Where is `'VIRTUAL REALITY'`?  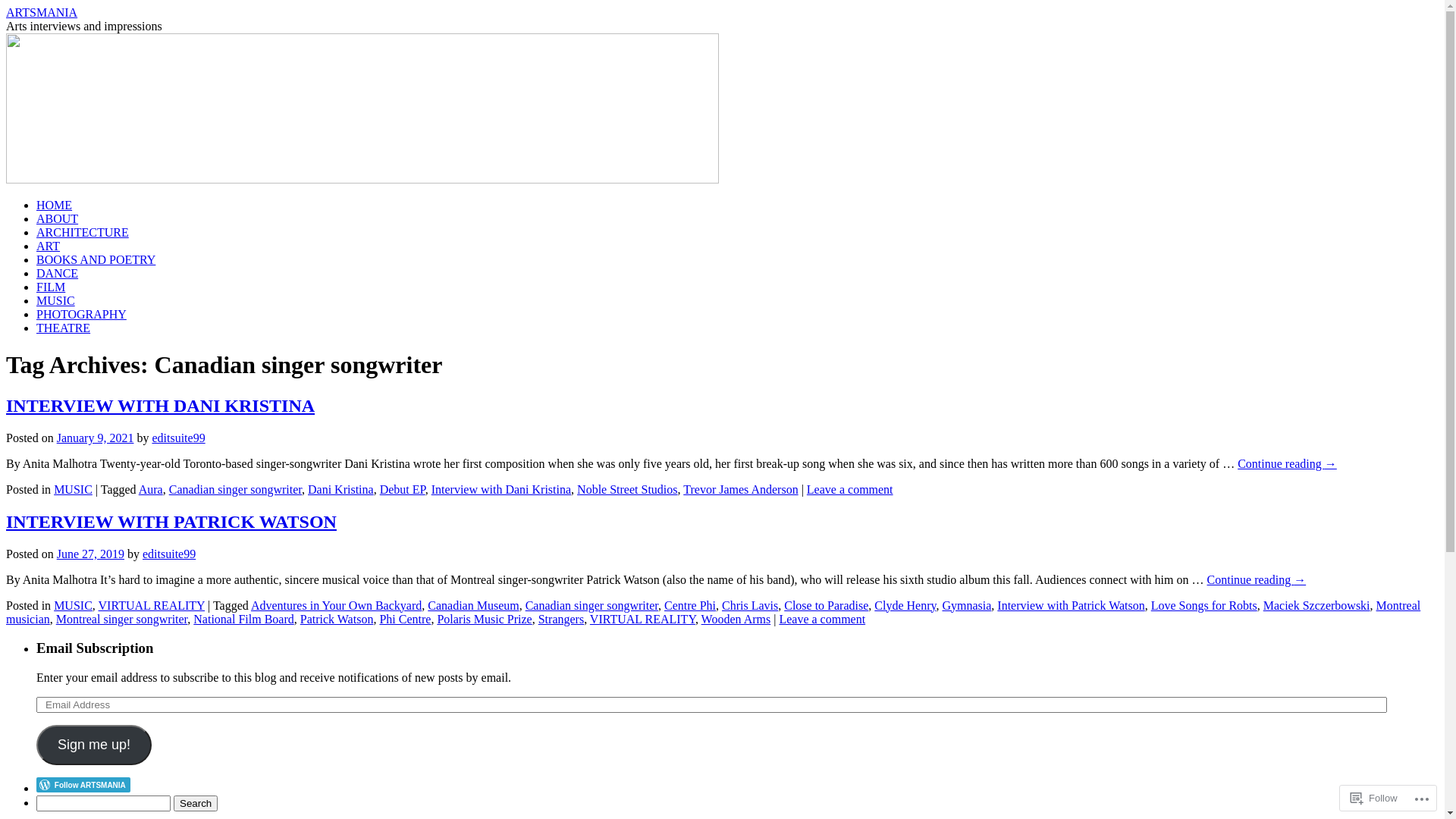 'VIRTUAL REALITY' is located at coordinates (642, 619).